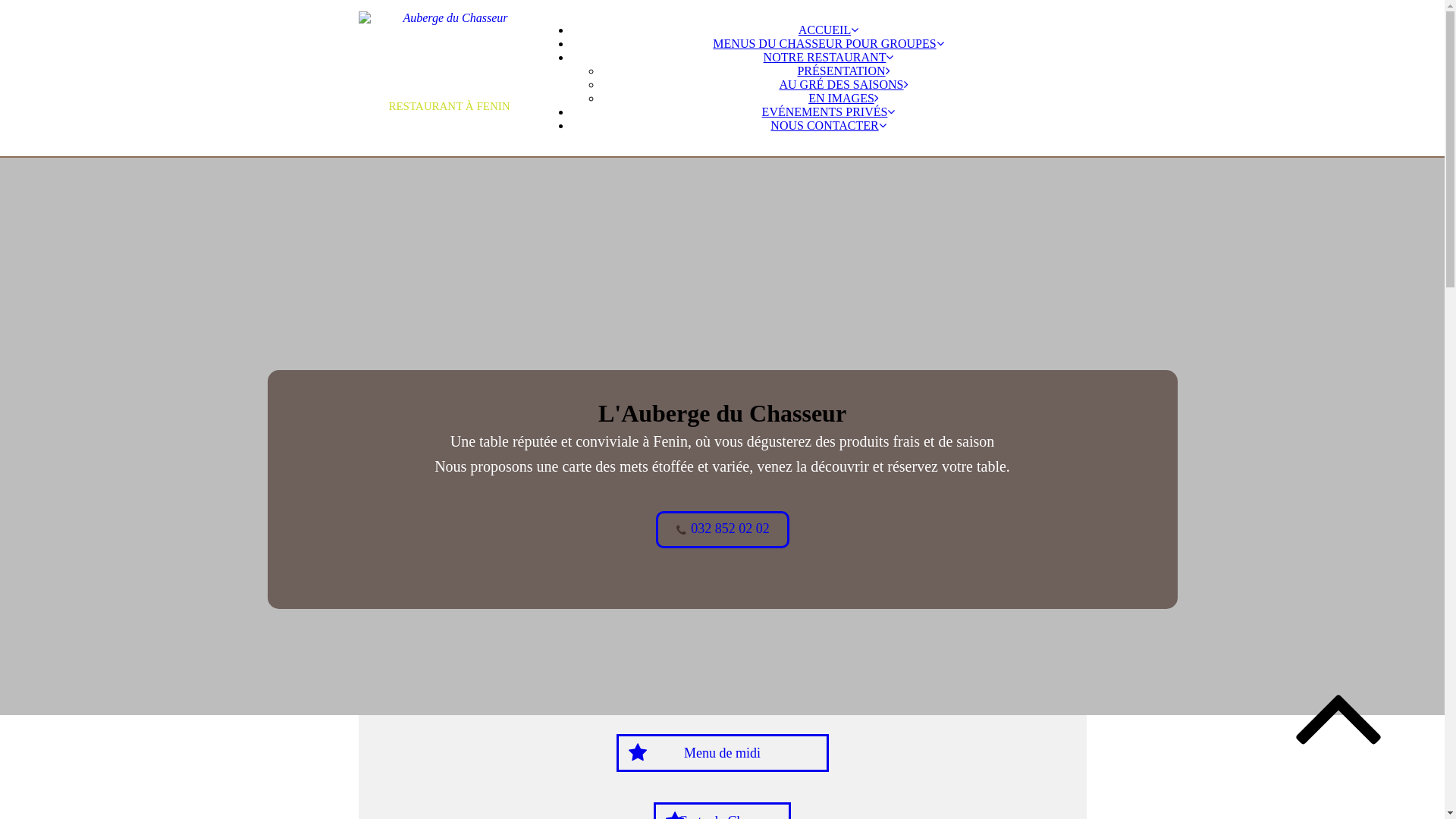 The height and width of the screenshot is (819, 1456). What do you see at coordinates (843, 98) in the screenshot?
I see `'EN IMAGES'` at bounding box center [843, 98].